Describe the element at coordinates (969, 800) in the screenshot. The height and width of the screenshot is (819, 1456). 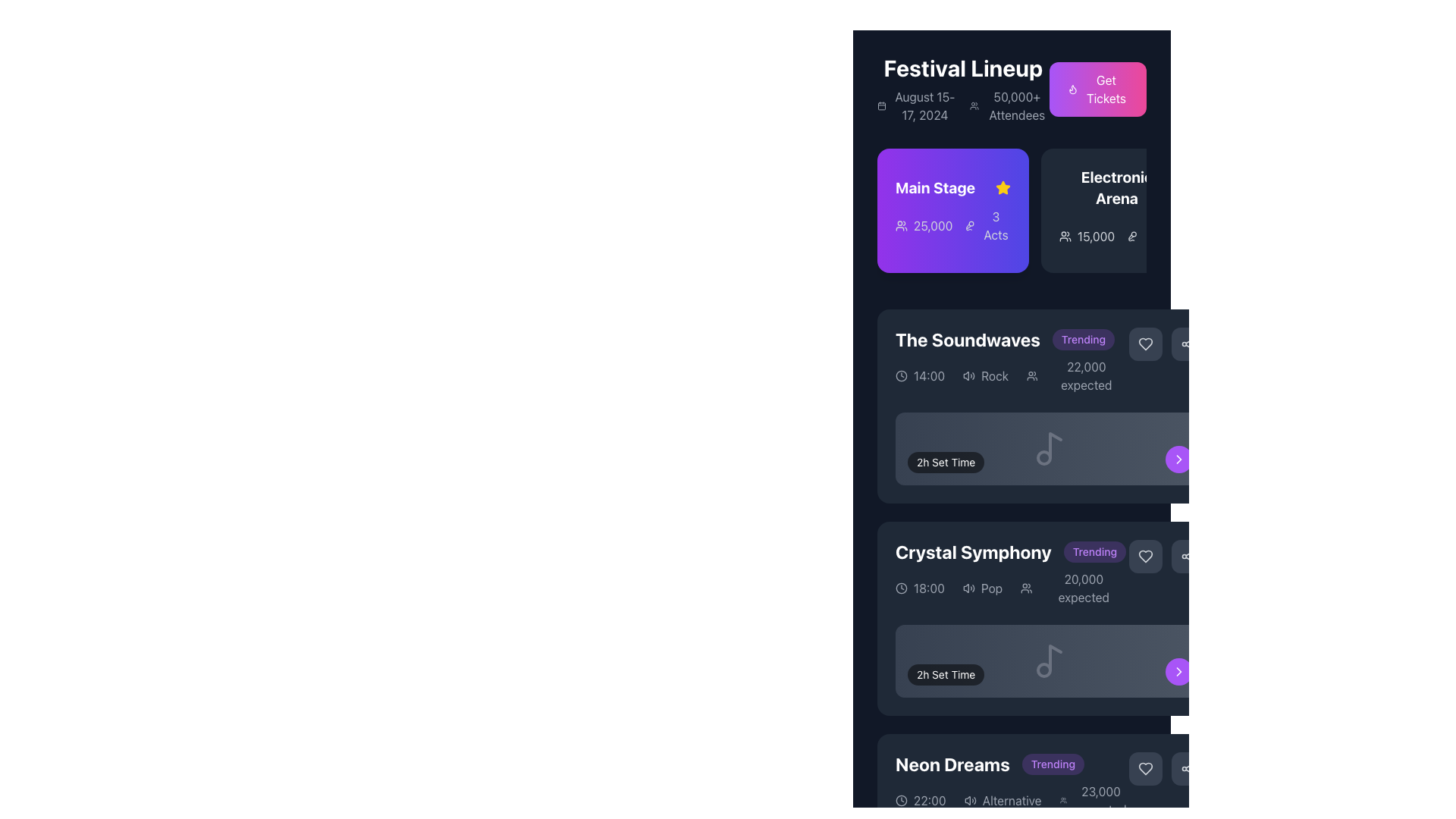
I see `the audio-related icon positioned to the left of the text 'Alternative' within the 'Neon Dreams' event entry` at that location.